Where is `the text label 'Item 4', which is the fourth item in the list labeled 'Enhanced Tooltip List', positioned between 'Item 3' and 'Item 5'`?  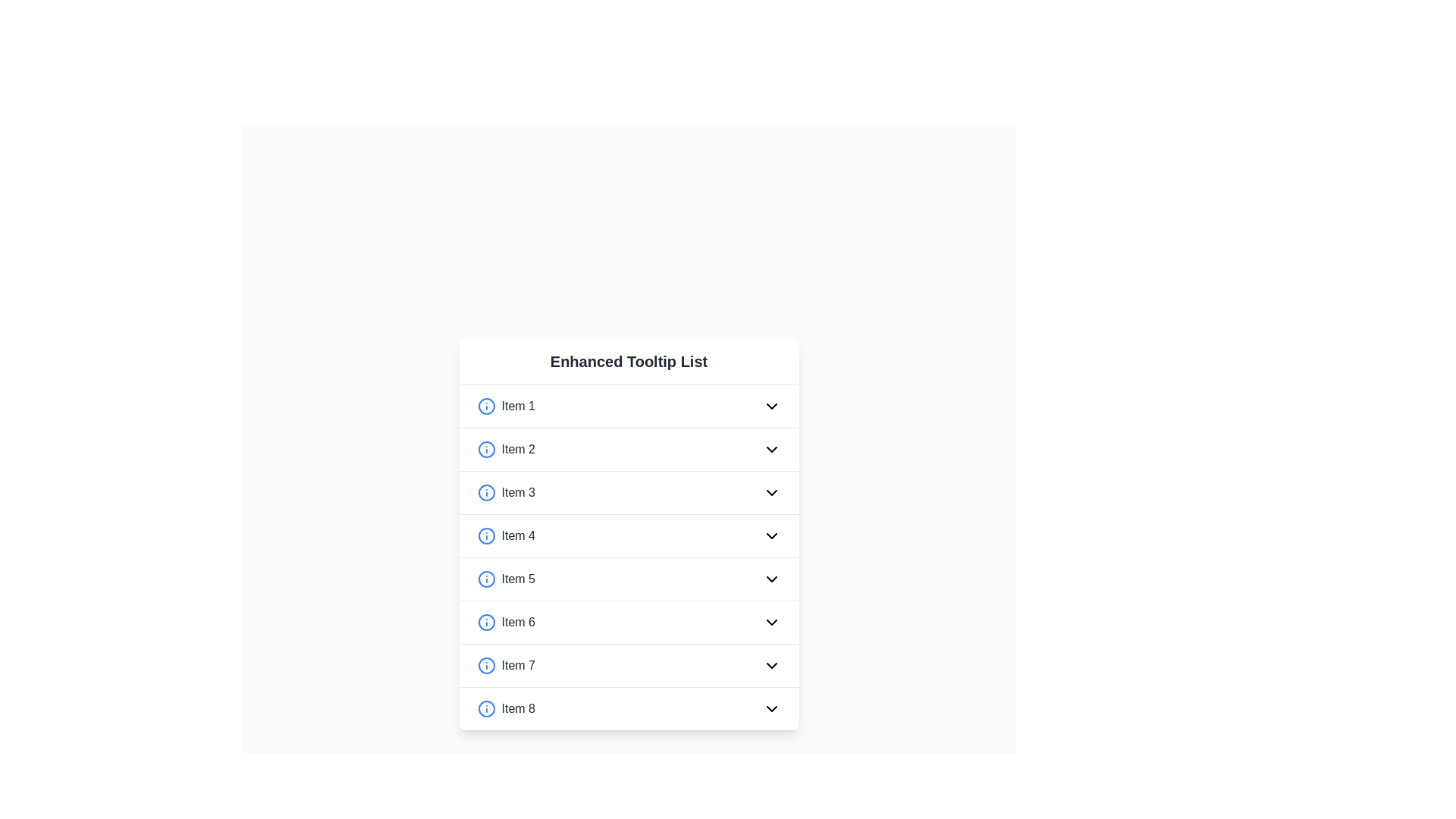
the text label 'Item 4', which is the fourth item in the list labeled 'Enhanced Tooltip List', positioned between 'Item 3' and 'Item 5' is located at coordinates (518, 535).